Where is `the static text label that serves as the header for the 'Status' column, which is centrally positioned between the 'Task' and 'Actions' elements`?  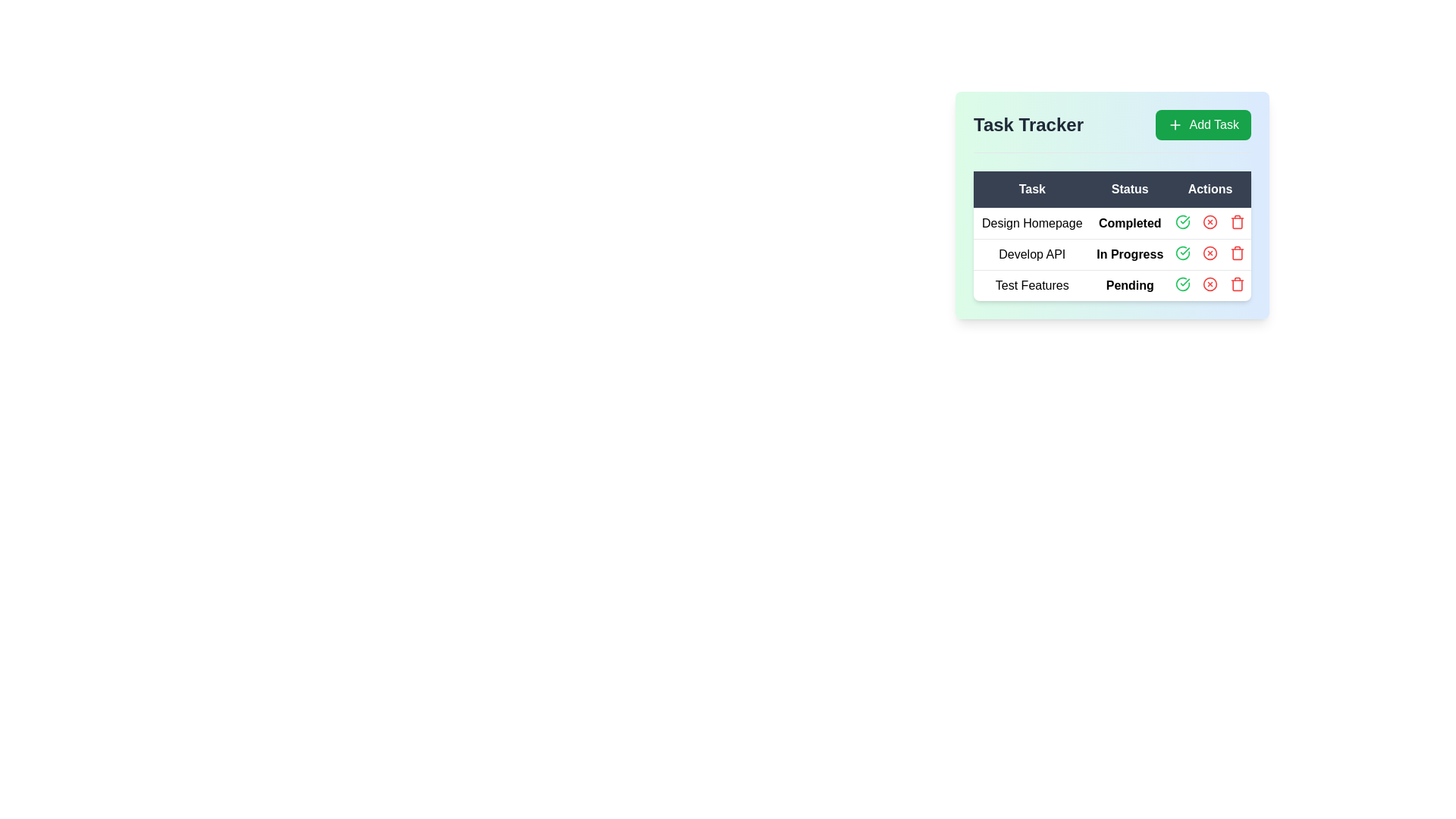 the static text label that serves as the header for the 'Status' column, which is centrally positioned between the 'Task' and 'Actions' elements is located at coordinates (1130, 189).